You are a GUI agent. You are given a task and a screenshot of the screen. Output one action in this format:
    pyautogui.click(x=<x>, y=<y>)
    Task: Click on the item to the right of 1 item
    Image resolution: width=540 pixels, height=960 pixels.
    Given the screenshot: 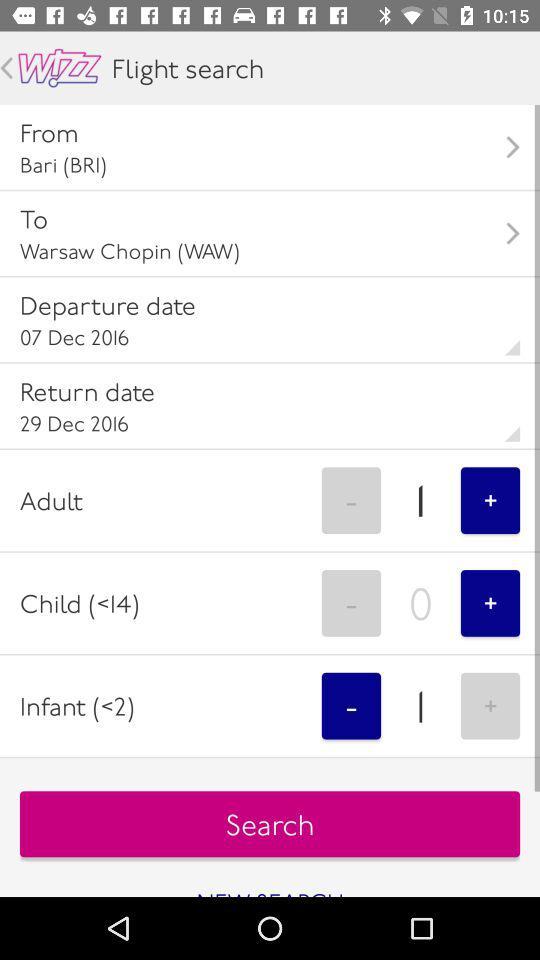 What is the action you would take?
    pyautogui.click(x=489, y=499)
    